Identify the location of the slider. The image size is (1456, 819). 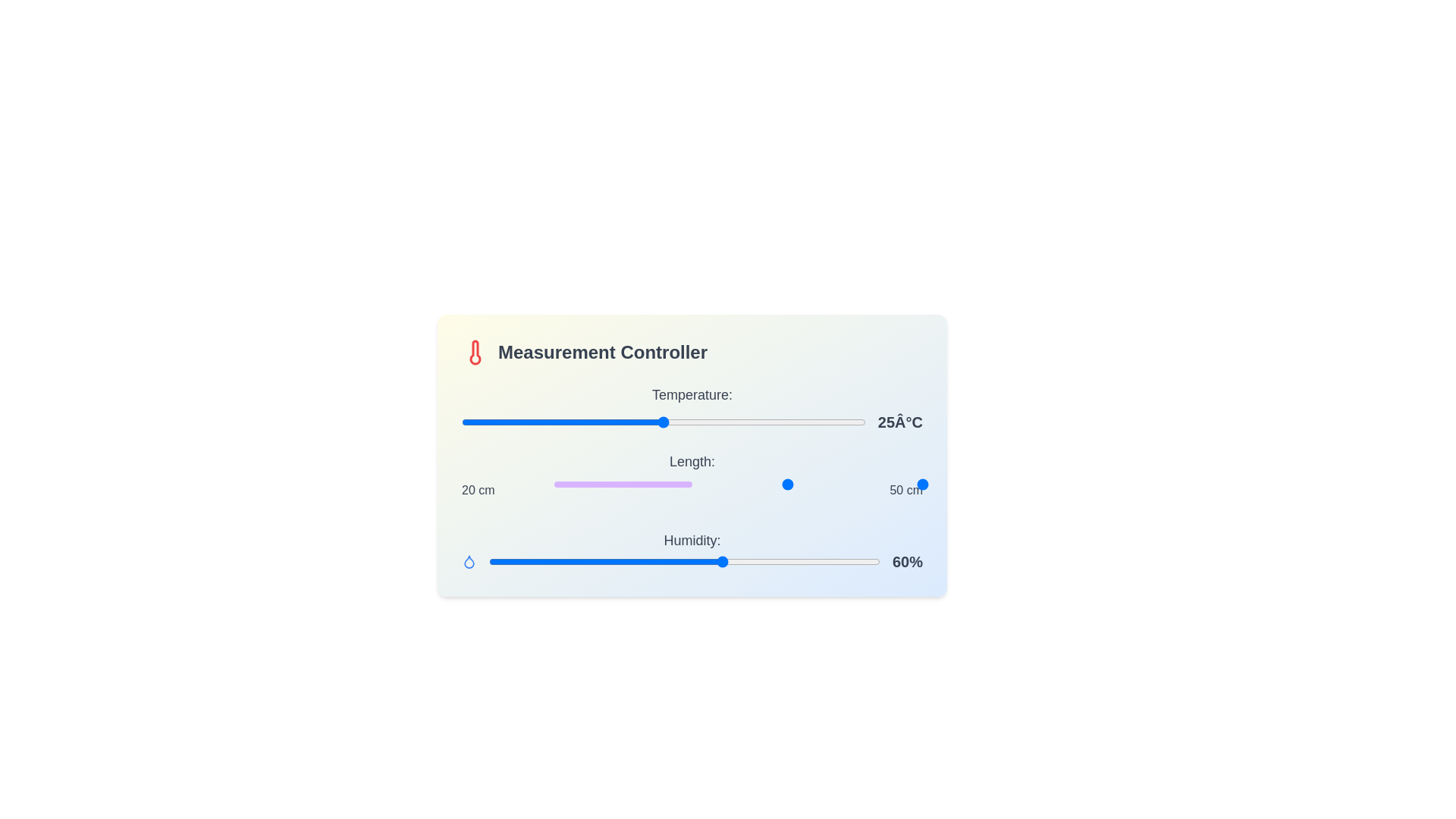
(849, 422).